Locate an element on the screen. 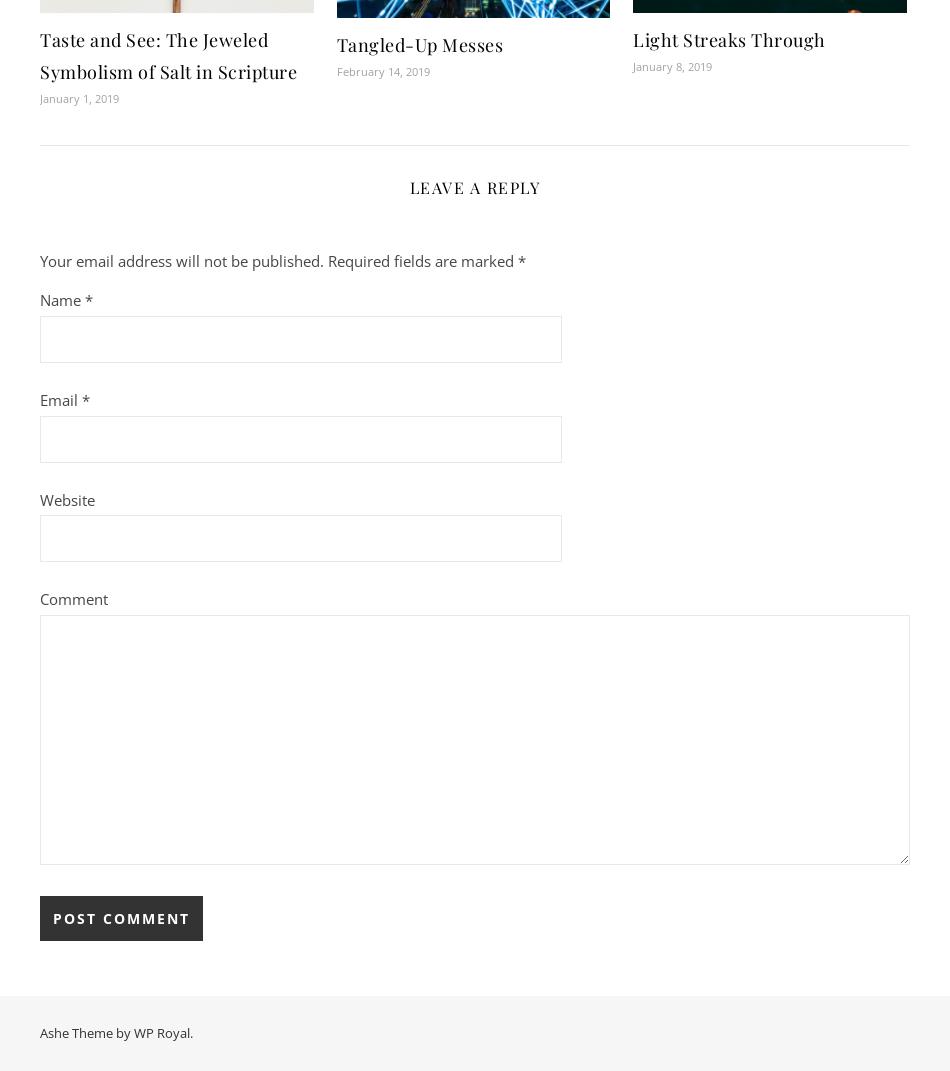 This screenshot has width=950, height=1071. 'Website' is located at coordinates (67, 497).